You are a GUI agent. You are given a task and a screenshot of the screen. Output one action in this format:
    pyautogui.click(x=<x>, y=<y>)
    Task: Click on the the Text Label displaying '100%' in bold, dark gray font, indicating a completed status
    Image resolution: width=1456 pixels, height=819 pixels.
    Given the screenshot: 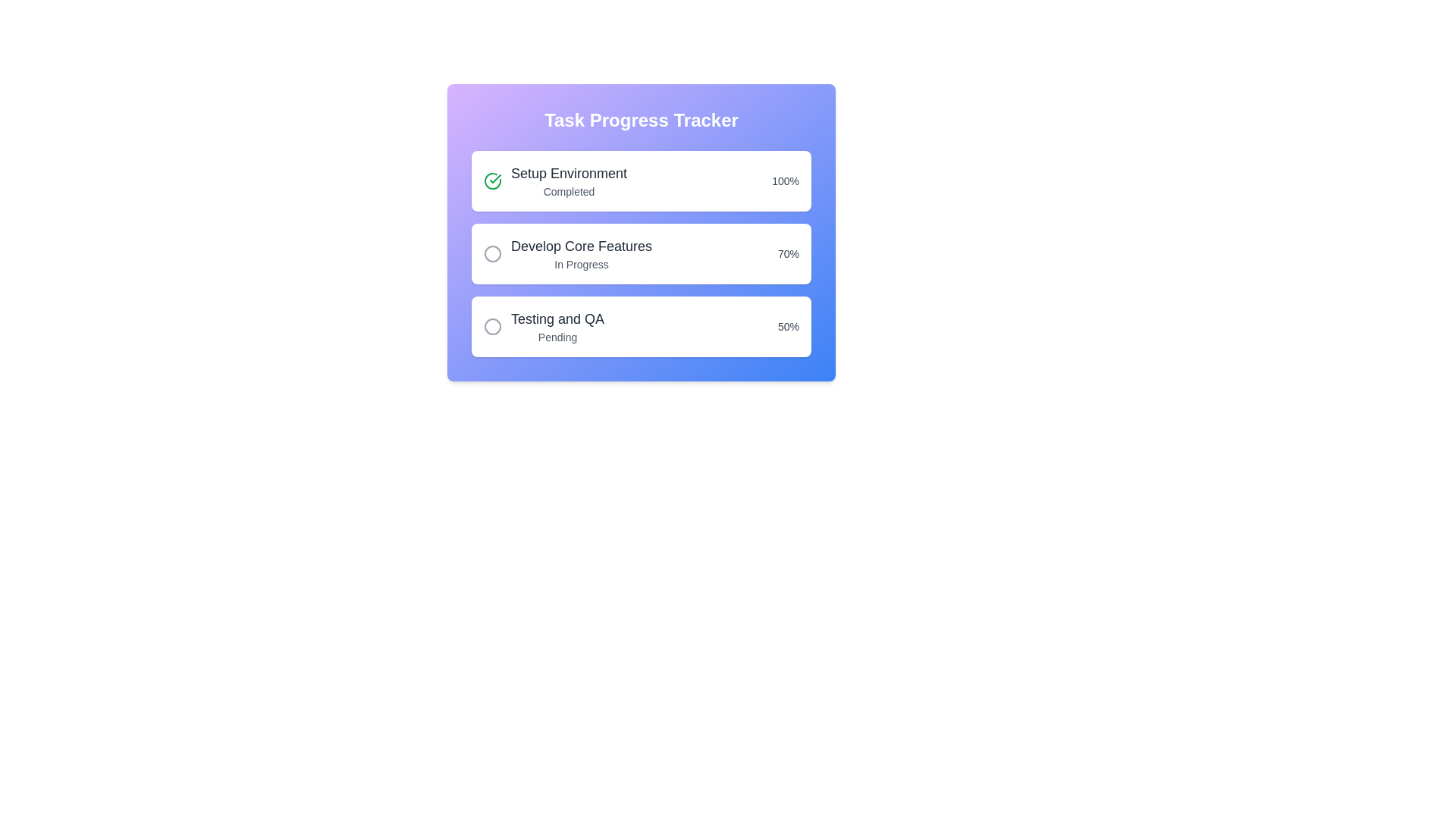 What is the action you would take?
    pyautogui.click(x=786, y=180)
    